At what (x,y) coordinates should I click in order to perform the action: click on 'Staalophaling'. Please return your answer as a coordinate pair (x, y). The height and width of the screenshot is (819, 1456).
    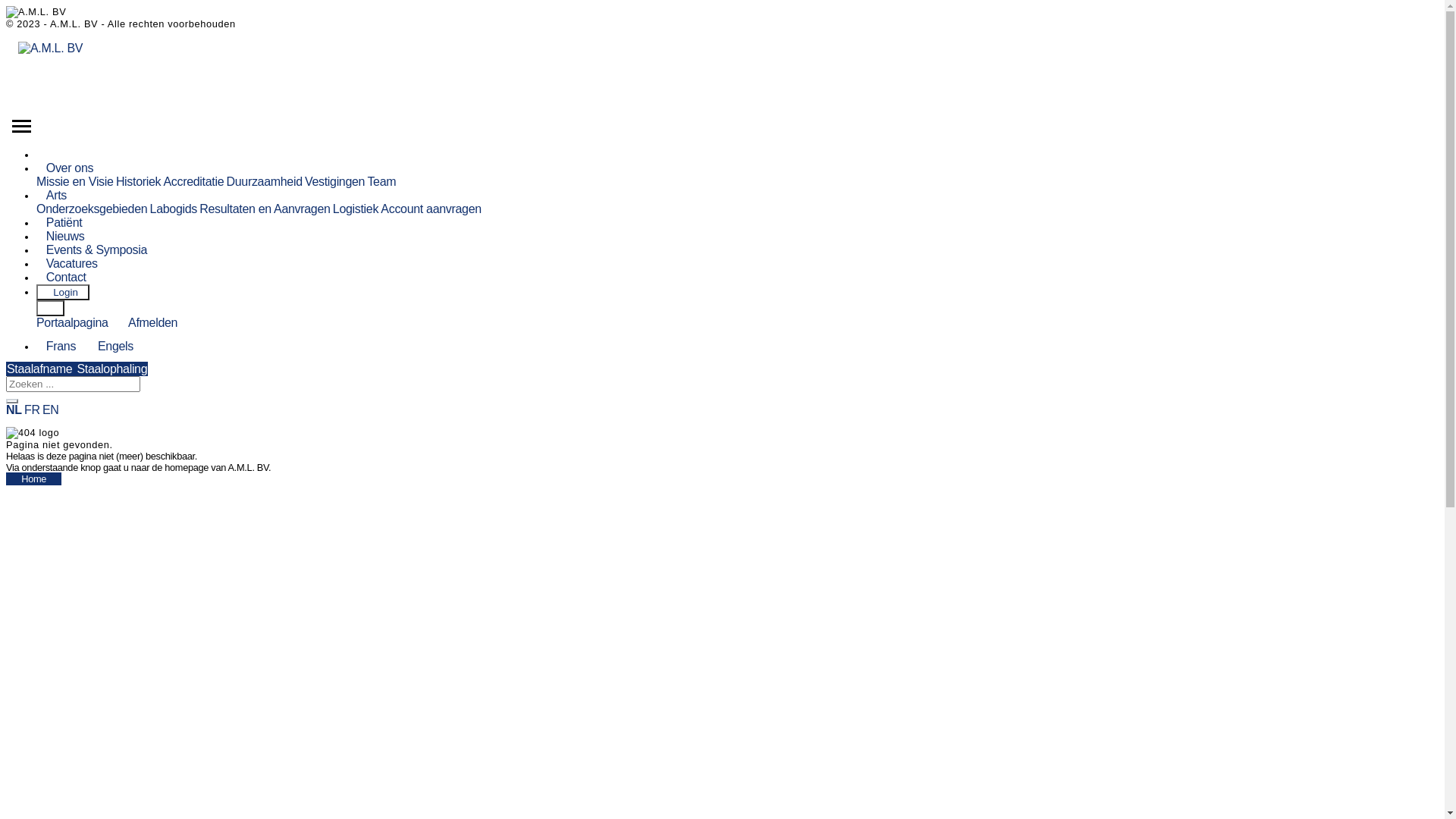
    Looking at the image, I should click on (111, 369).